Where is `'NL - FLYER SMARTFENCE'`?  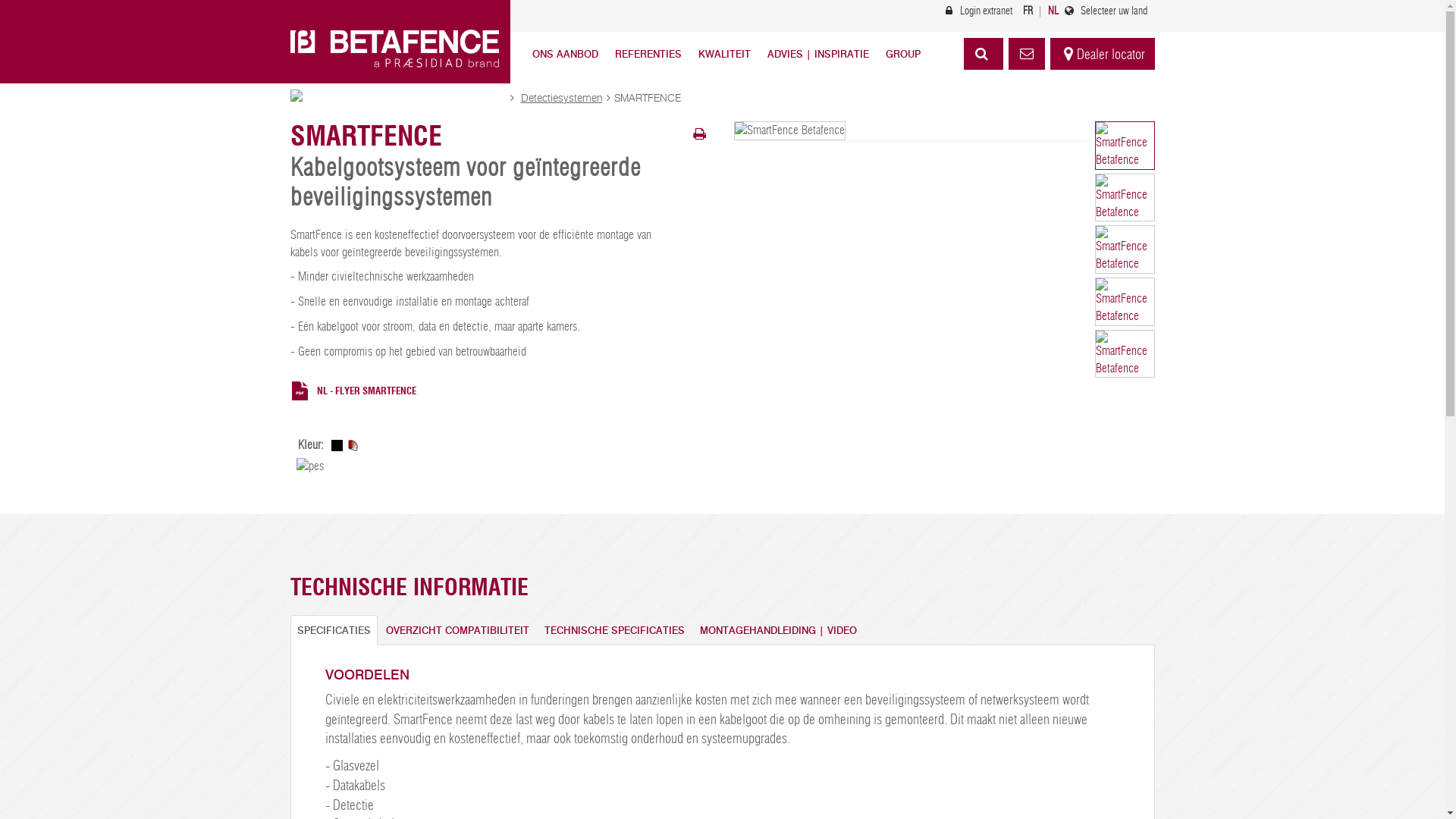
'NL - FLYER SMARTFENCE' is located at coordinates (290, 391).